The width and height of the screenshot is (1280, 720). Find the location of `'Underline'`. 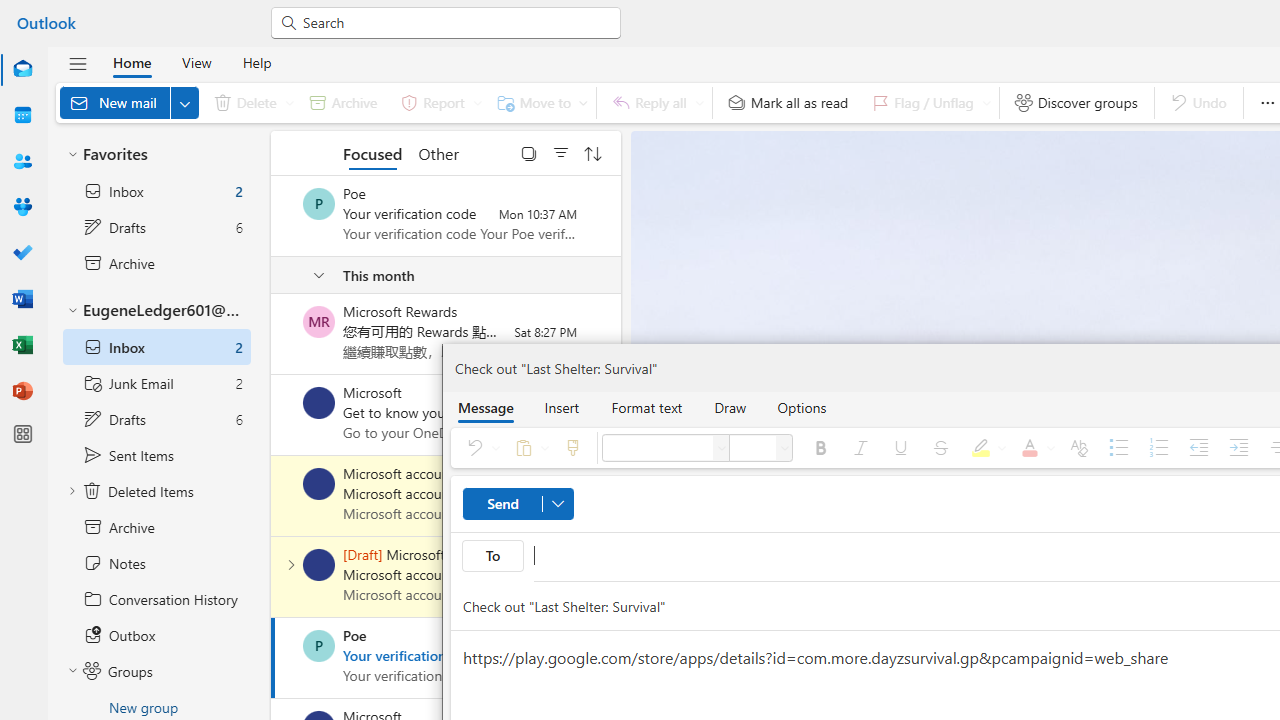

'Underline' is located at coordinates (900, 446).